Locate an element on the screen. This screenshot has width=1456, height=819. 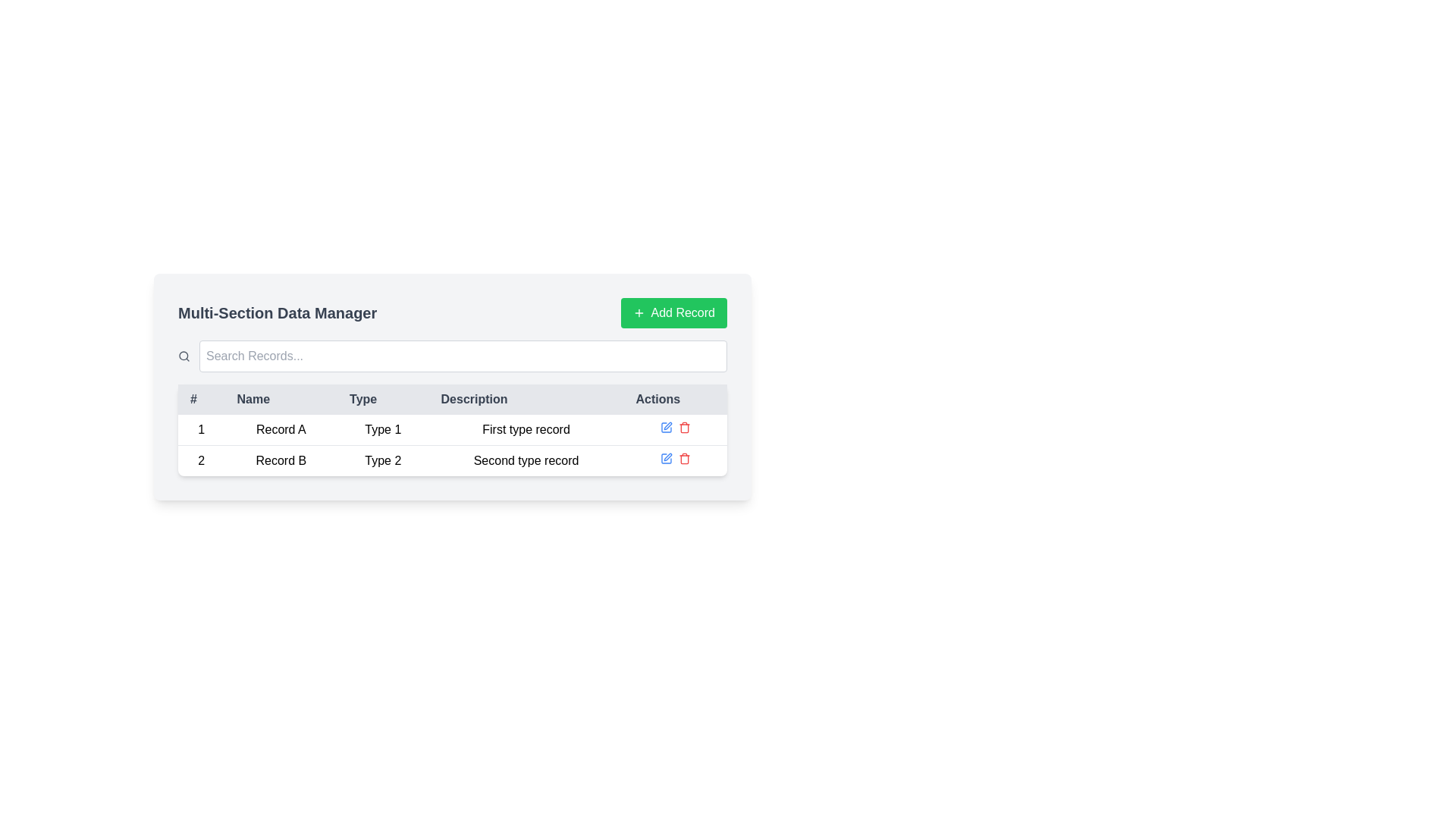
the Text label displaying the number '1', styled in black font, located in the leftmost column of the table under the '#' header is located at coordinates (200, 430).